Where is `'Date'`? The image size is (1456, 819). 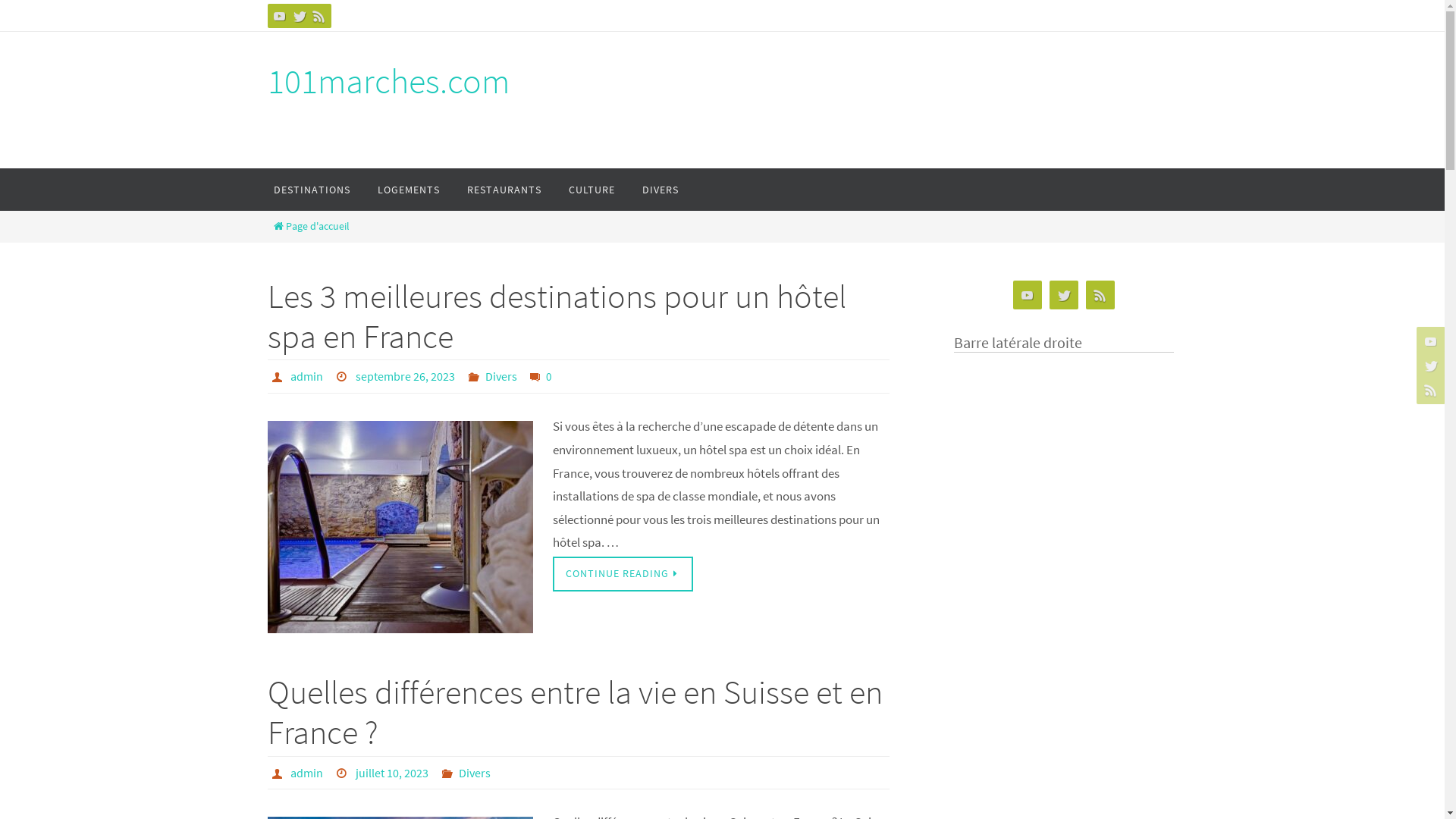 'Date' is located at coordinates (343, 772).